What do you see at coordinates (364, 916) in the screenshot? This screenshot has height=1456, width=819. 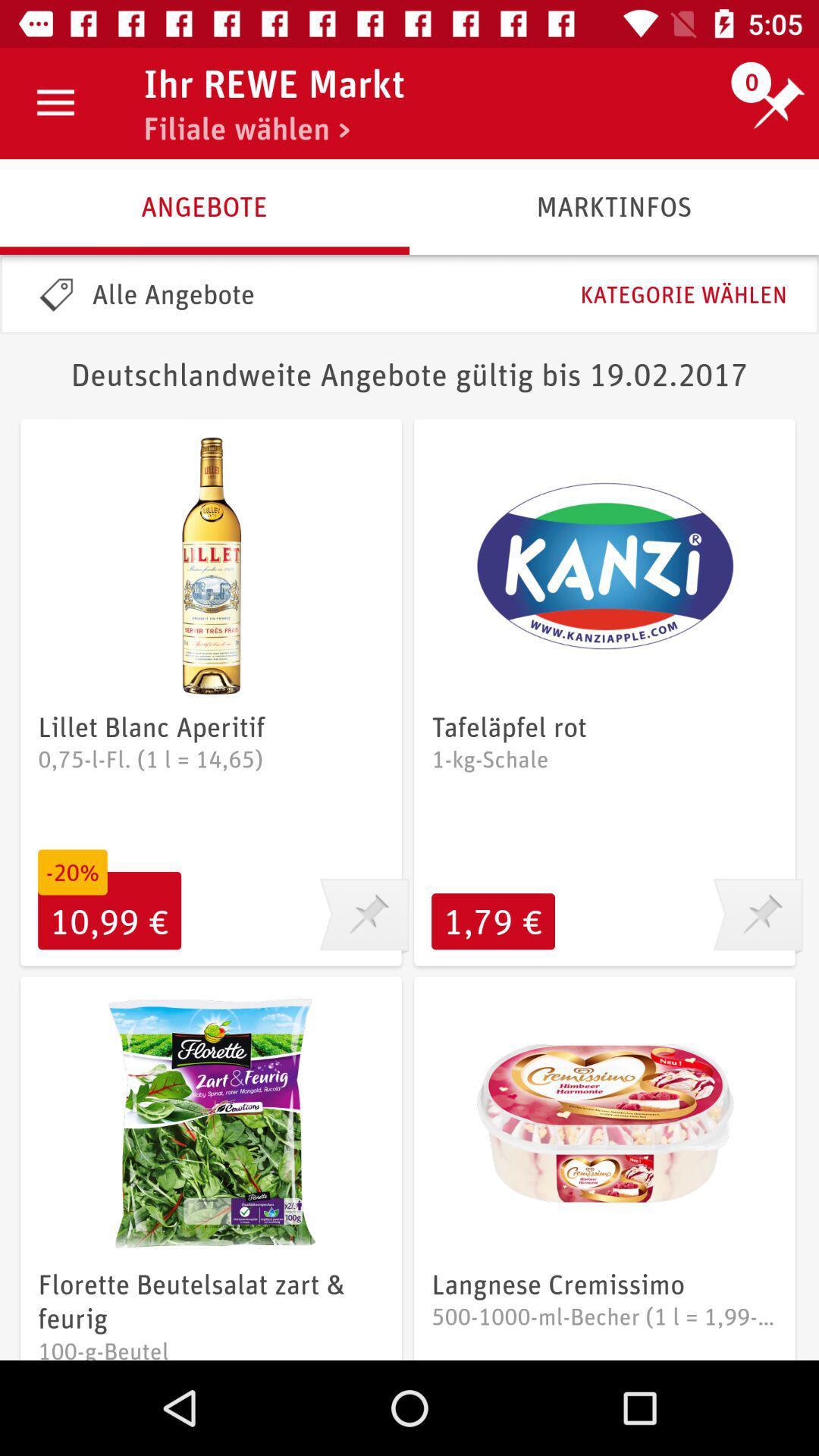 I see `pin this` at bounding box center [364, 916].